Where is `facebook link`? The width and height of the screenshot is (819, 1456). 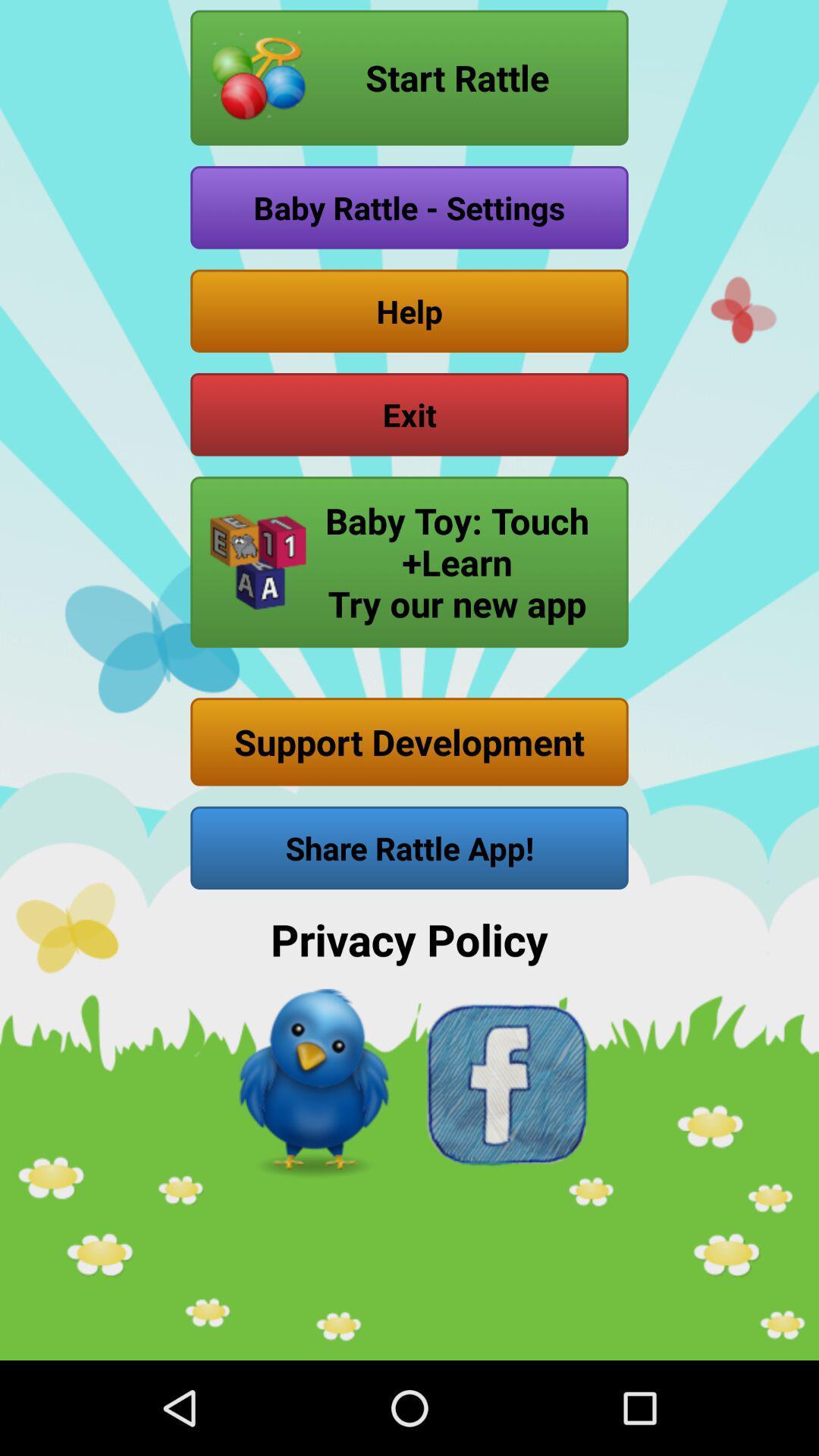
facebook link is located at coordinates (505, 1084).